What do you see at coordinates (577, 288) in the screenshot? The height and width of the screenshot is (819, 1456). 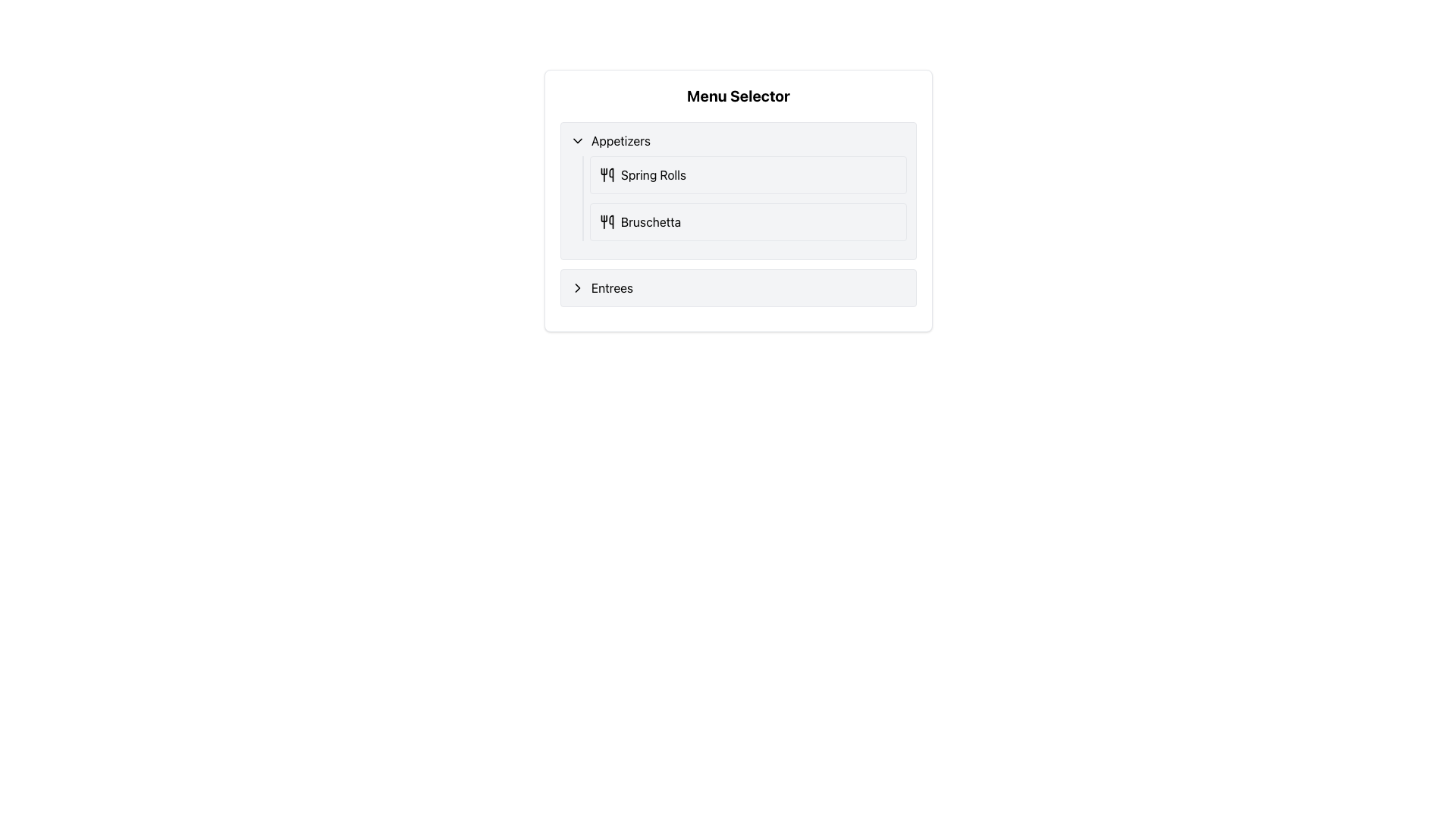 I see `the icon next to 'Appetizers'` at bounding box center [577, 288].